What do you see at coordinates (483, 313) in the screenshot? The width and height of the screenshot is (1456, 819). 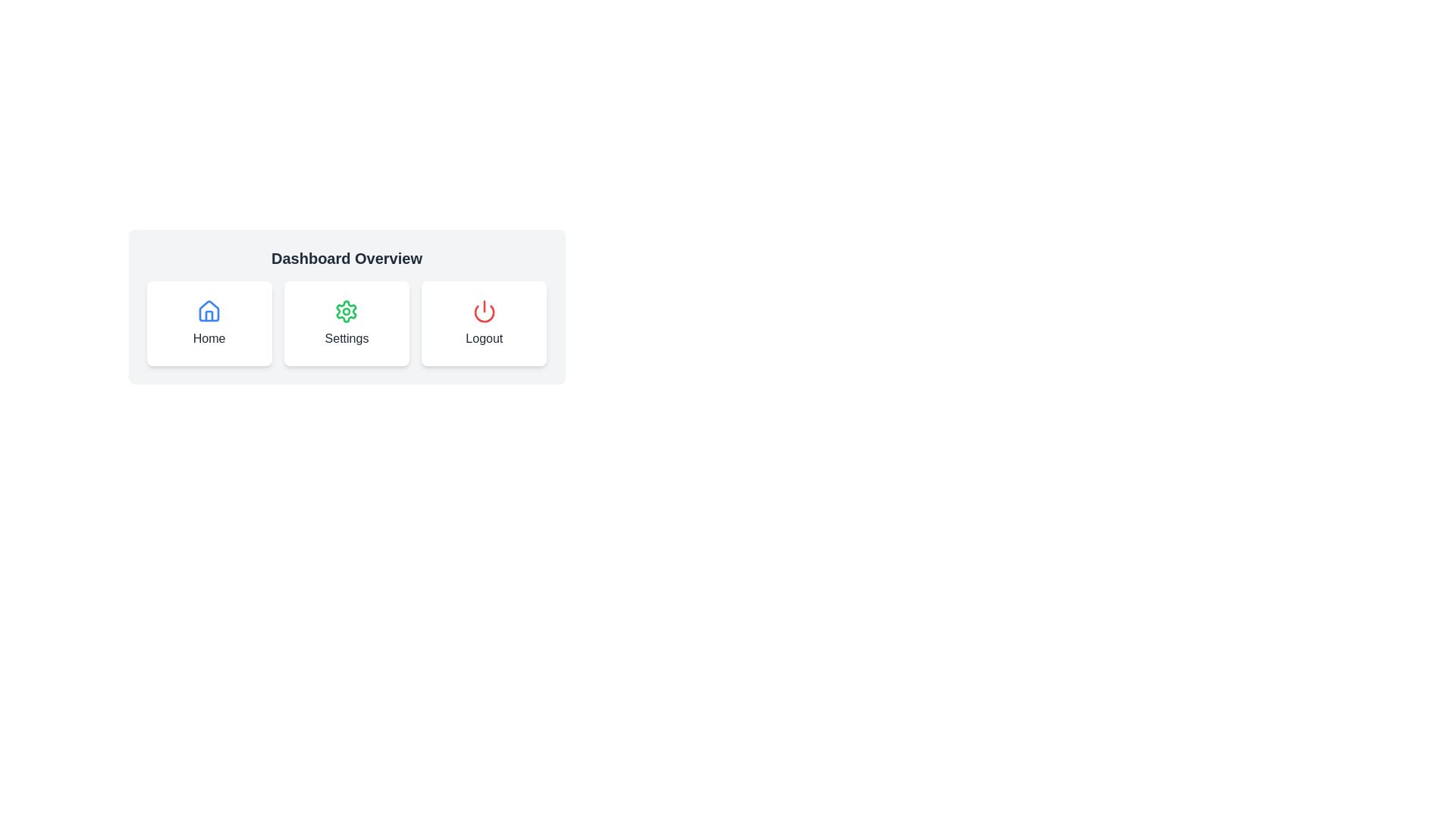 I see `the red circular arc of the power symbol SVG icon located in the 'Logout' section` at bounding box center [483, 313].